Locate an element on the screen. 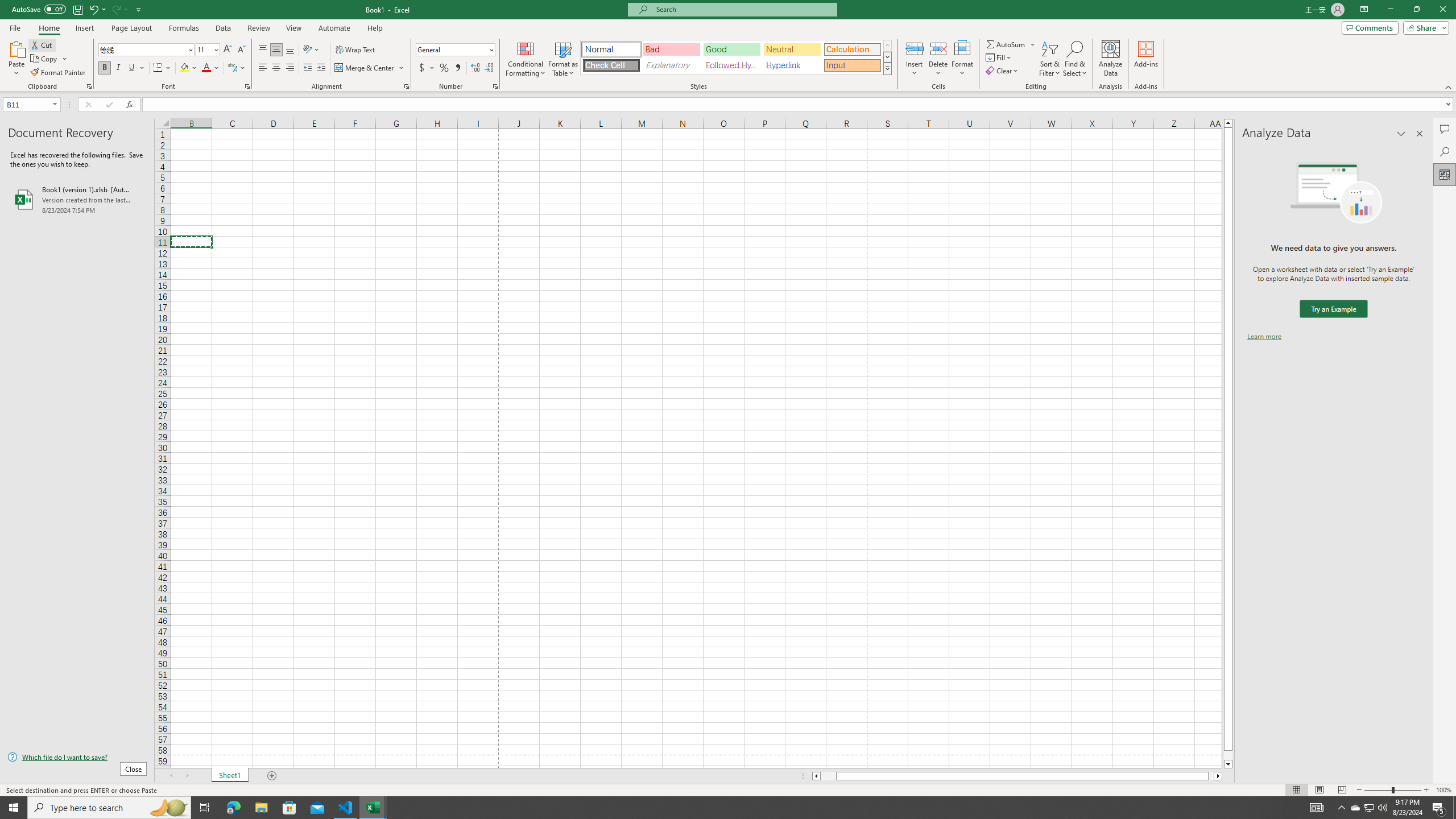 The width and height of the screenshot is (1456, 819). 'Decrease Font Size' is located at coordinates (241, 49).